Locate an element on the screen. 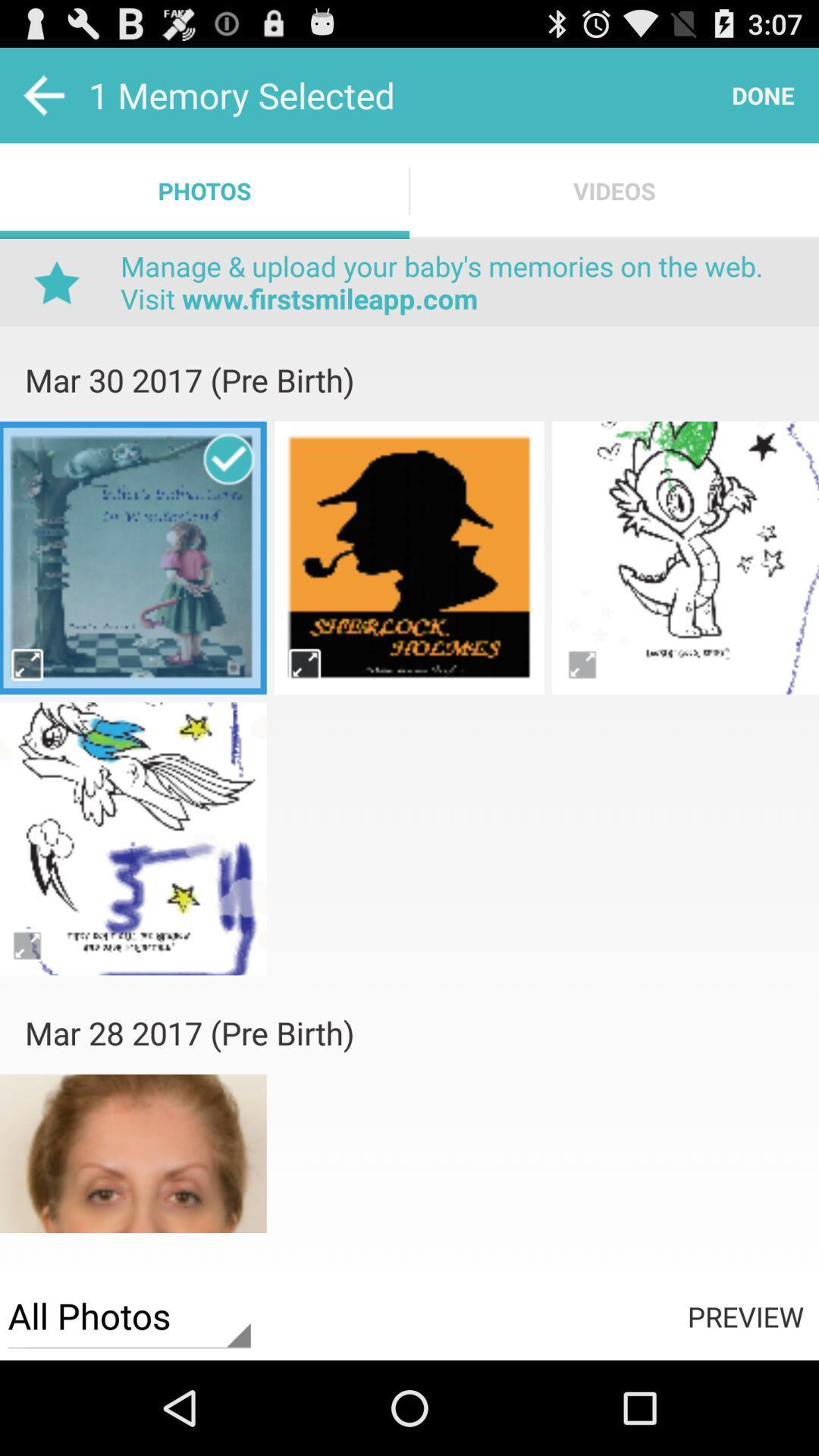 The image size is (819, 1456). photos page is located at coordinates (409, 557).